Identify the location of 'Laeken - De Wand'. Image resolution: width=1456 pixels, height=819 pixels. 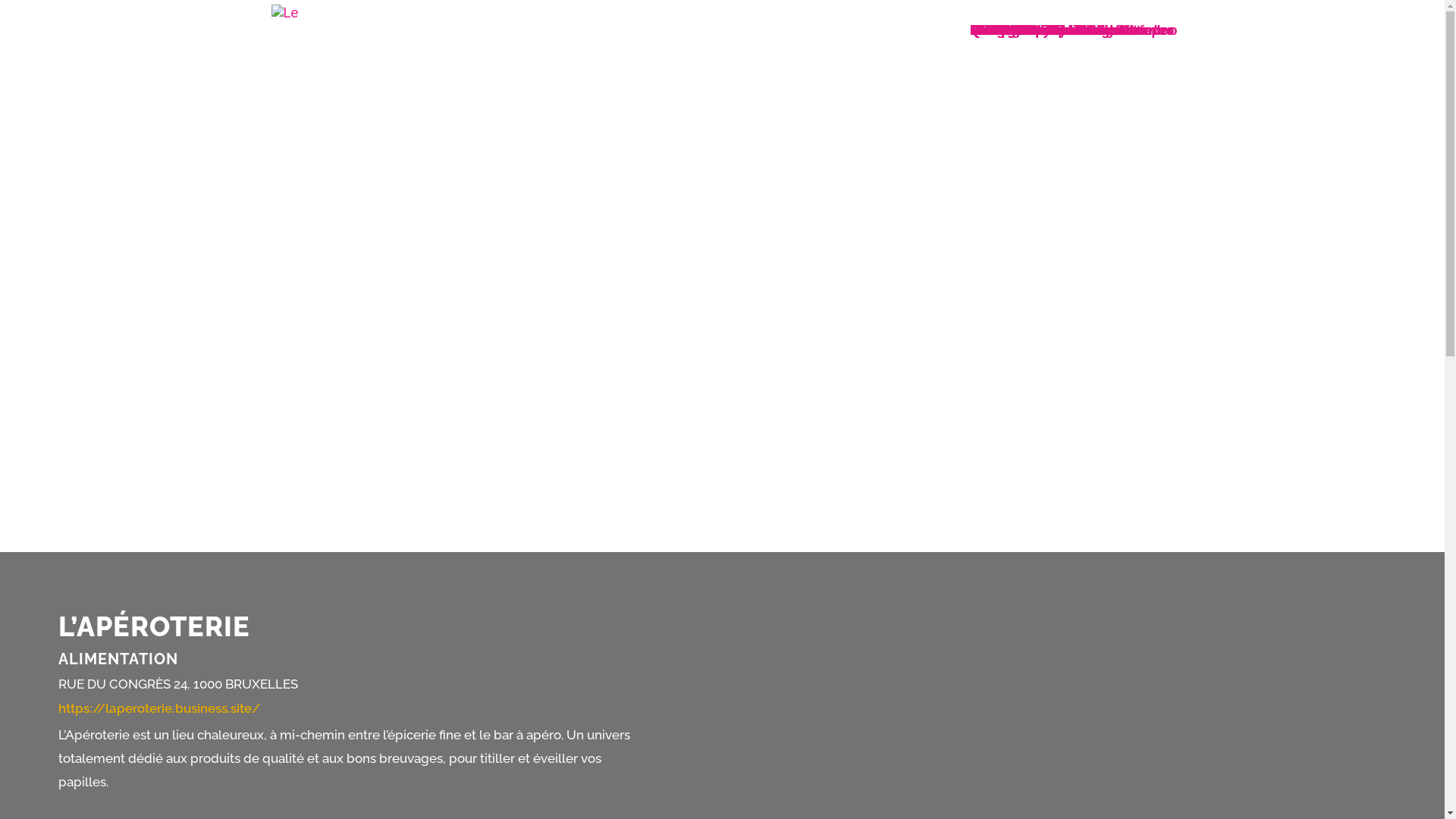
(1028, 30).